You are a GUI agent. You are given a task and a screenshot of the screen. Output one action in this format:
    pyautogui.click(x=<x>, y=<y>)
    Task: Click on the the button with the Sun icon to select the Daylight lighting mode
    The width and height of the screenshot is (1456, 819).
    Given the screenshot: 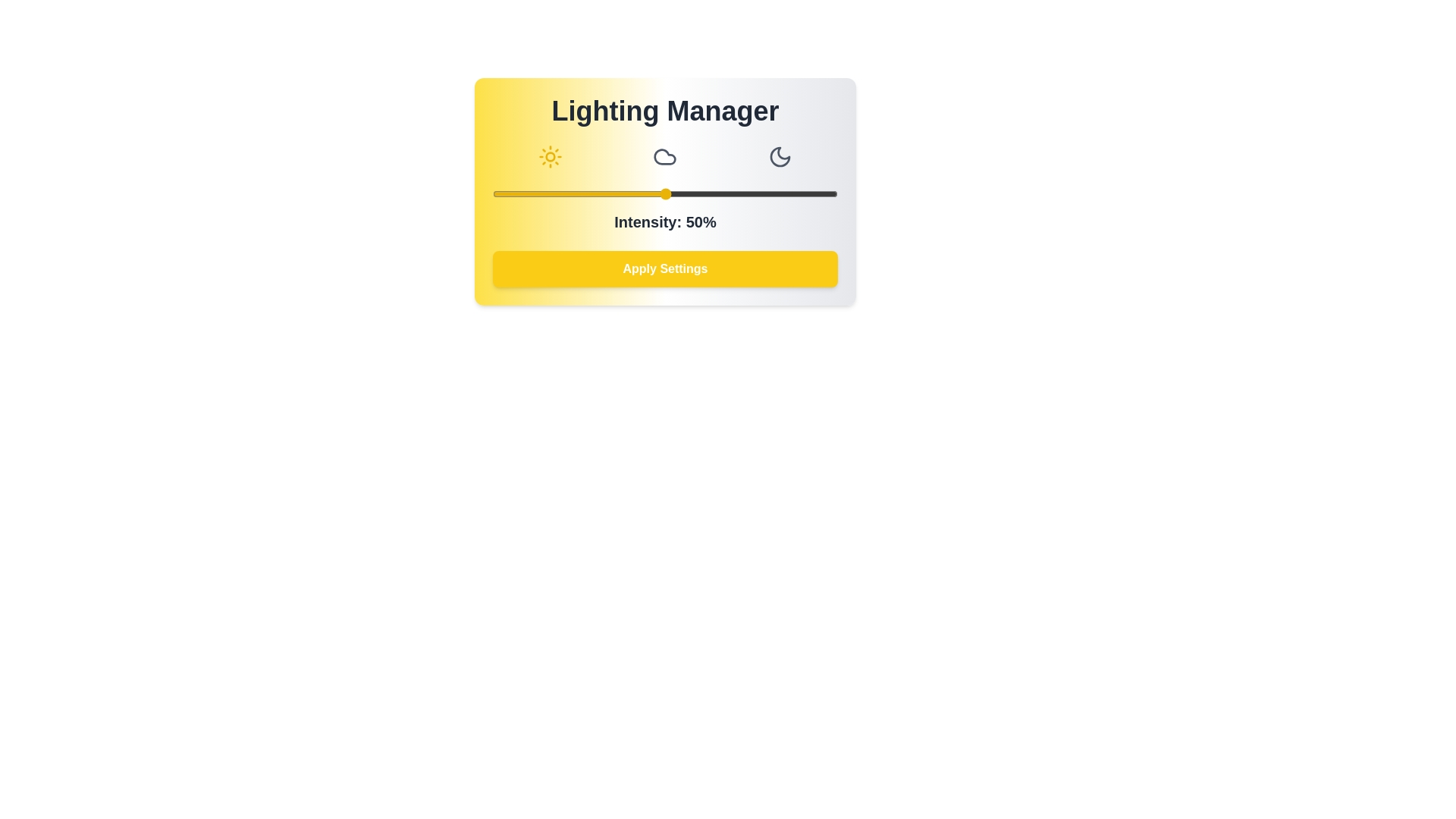 What is the action you would take?
    pyautogui.click(x=549, y=157)
    